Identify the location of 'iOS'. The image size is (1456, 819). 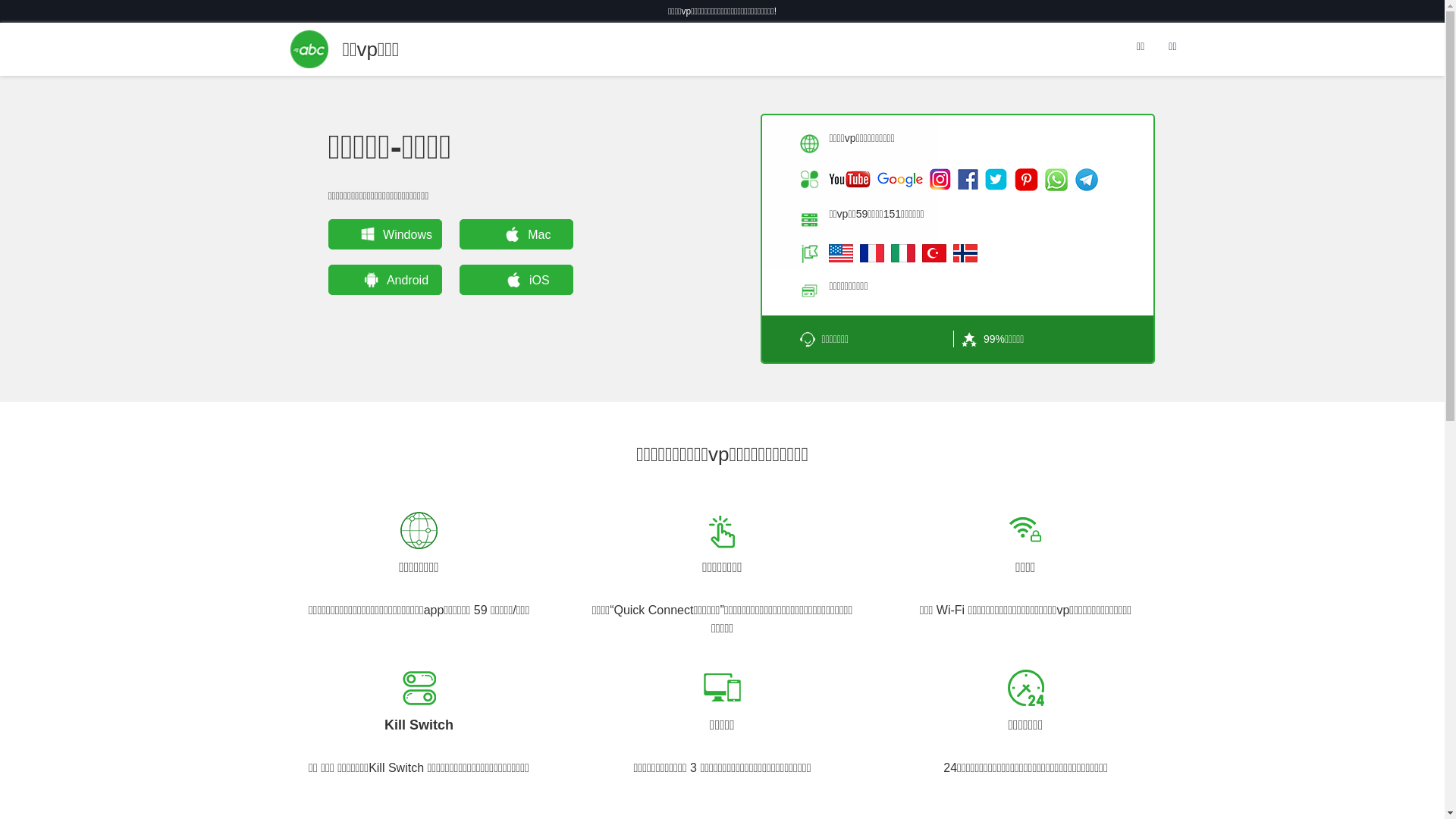
(516, 278).